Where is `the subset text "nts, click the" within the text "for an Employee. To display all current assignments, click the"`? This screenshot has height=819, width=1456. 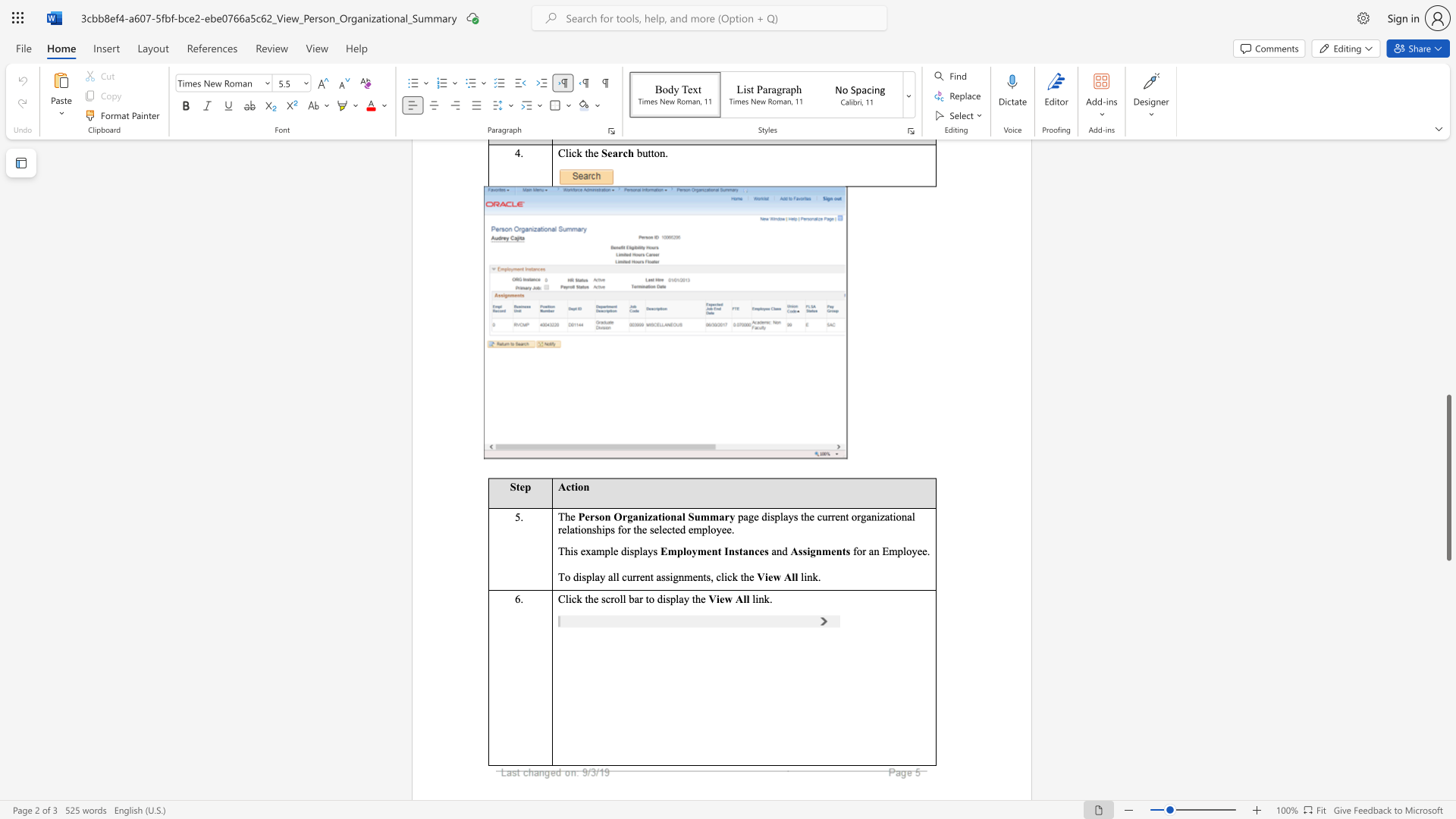 the subset text "nts, click the" within the text "for an Employee. To display all current assignments, click the" is located at coordinates (697, 576).